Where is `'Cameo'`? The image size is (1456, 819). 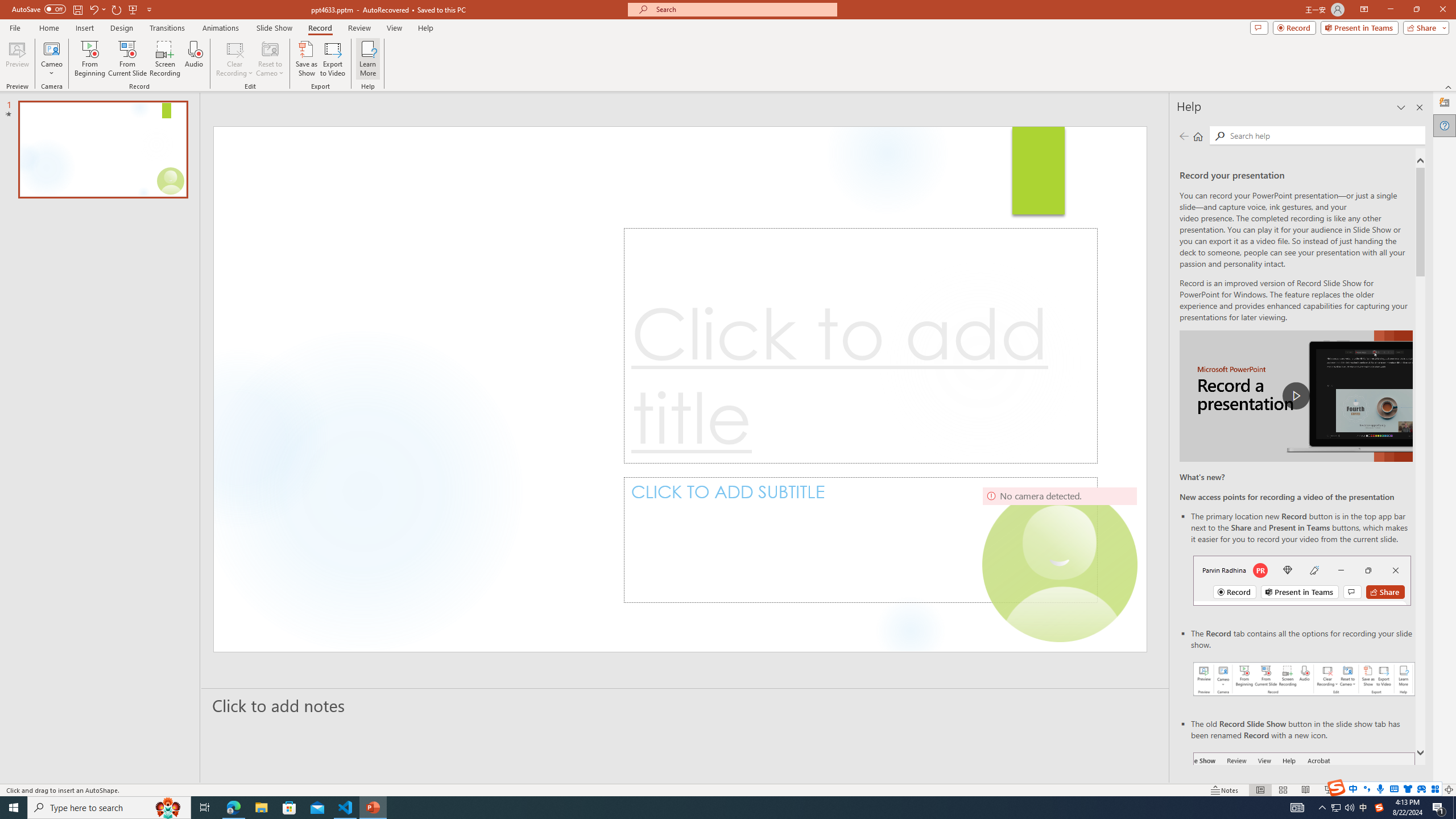
'Cameo' is located at coordinates (51, 59).